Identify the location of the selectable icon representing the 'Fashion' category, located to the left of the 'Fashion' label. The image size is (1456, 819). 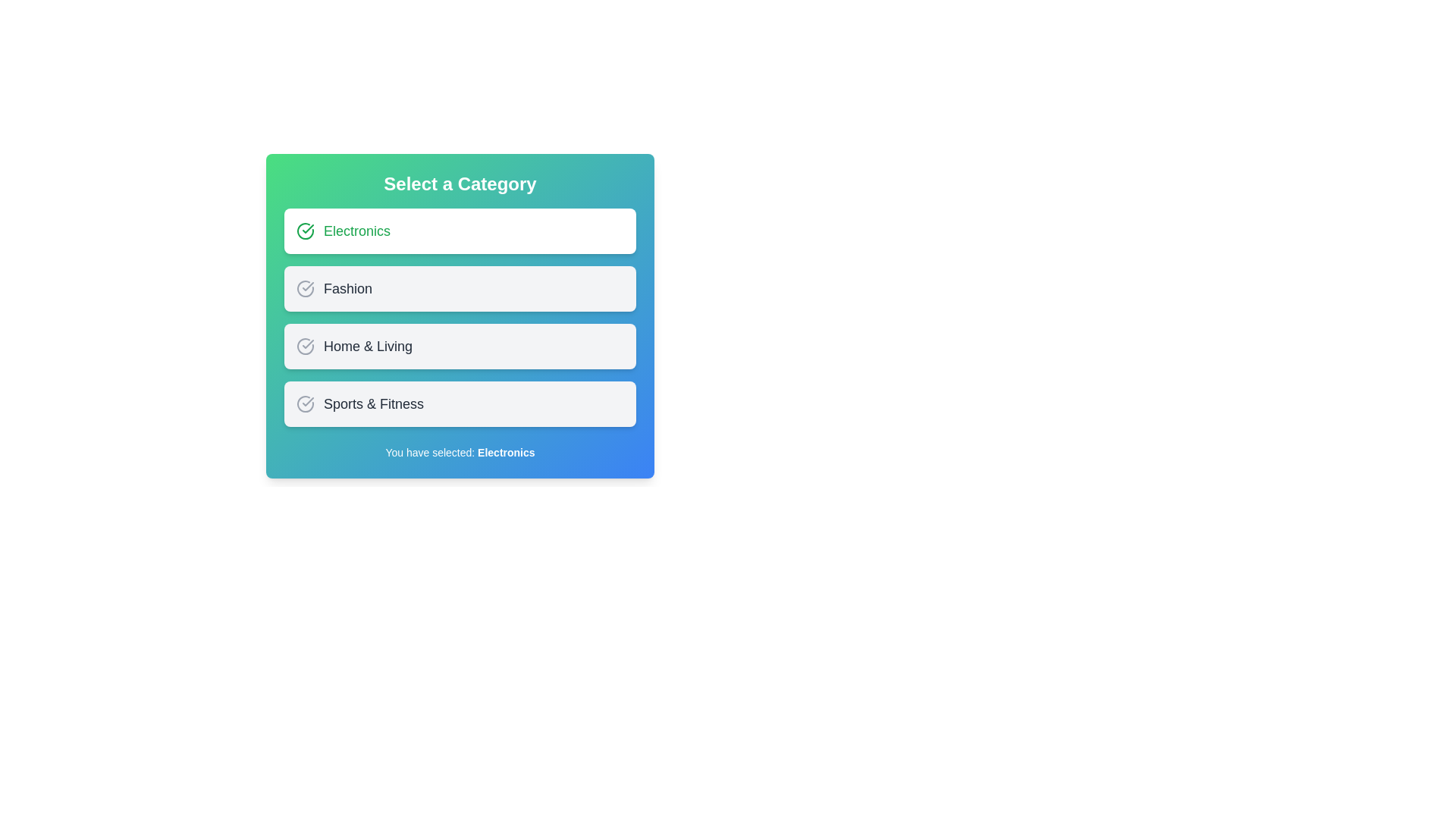
(305, 289).